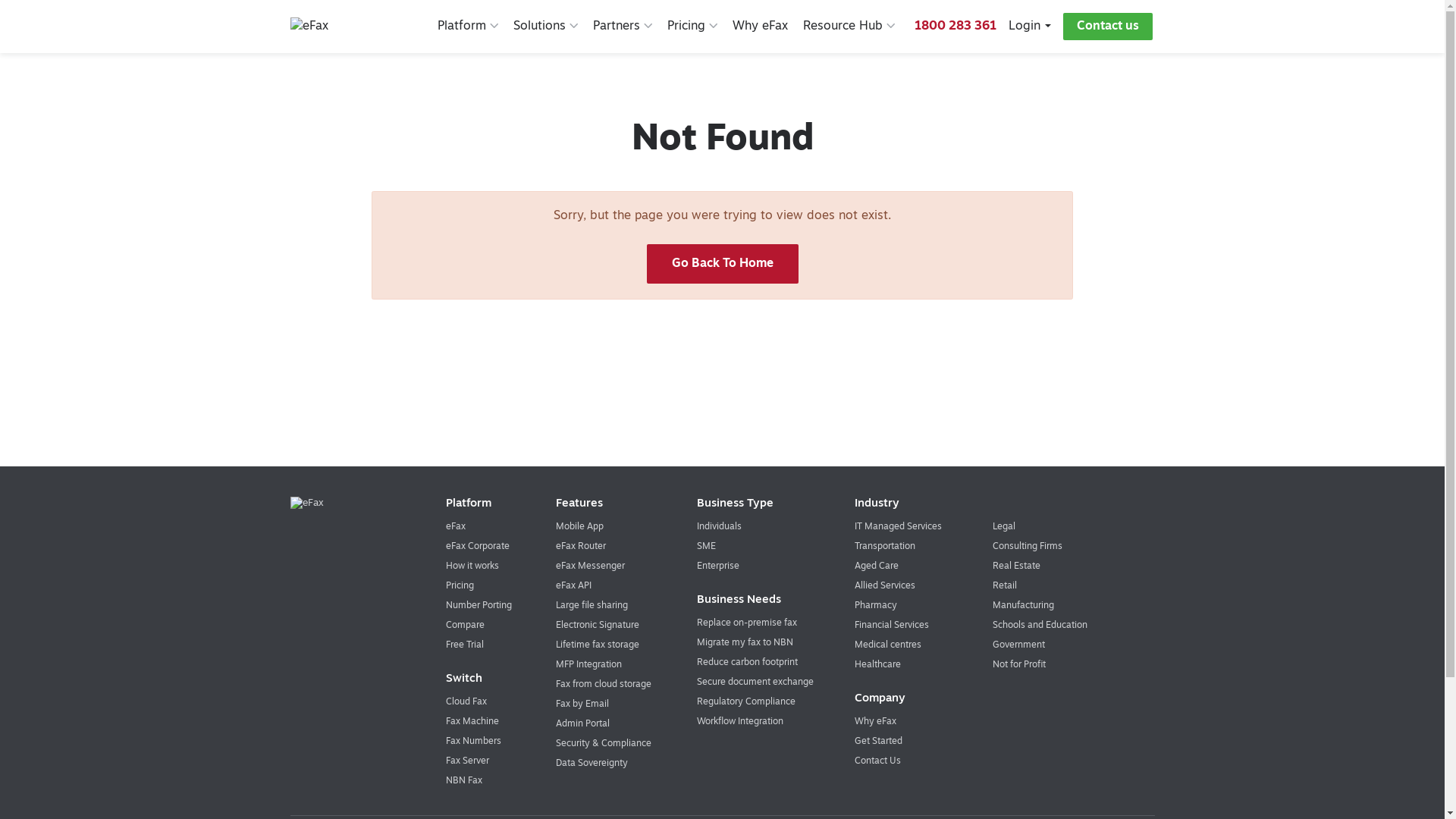 This screenshot has height=819, width=1456. Describe the element at coordinates (718, 526) in the screenshot. I see `'Individuals'` at that location.